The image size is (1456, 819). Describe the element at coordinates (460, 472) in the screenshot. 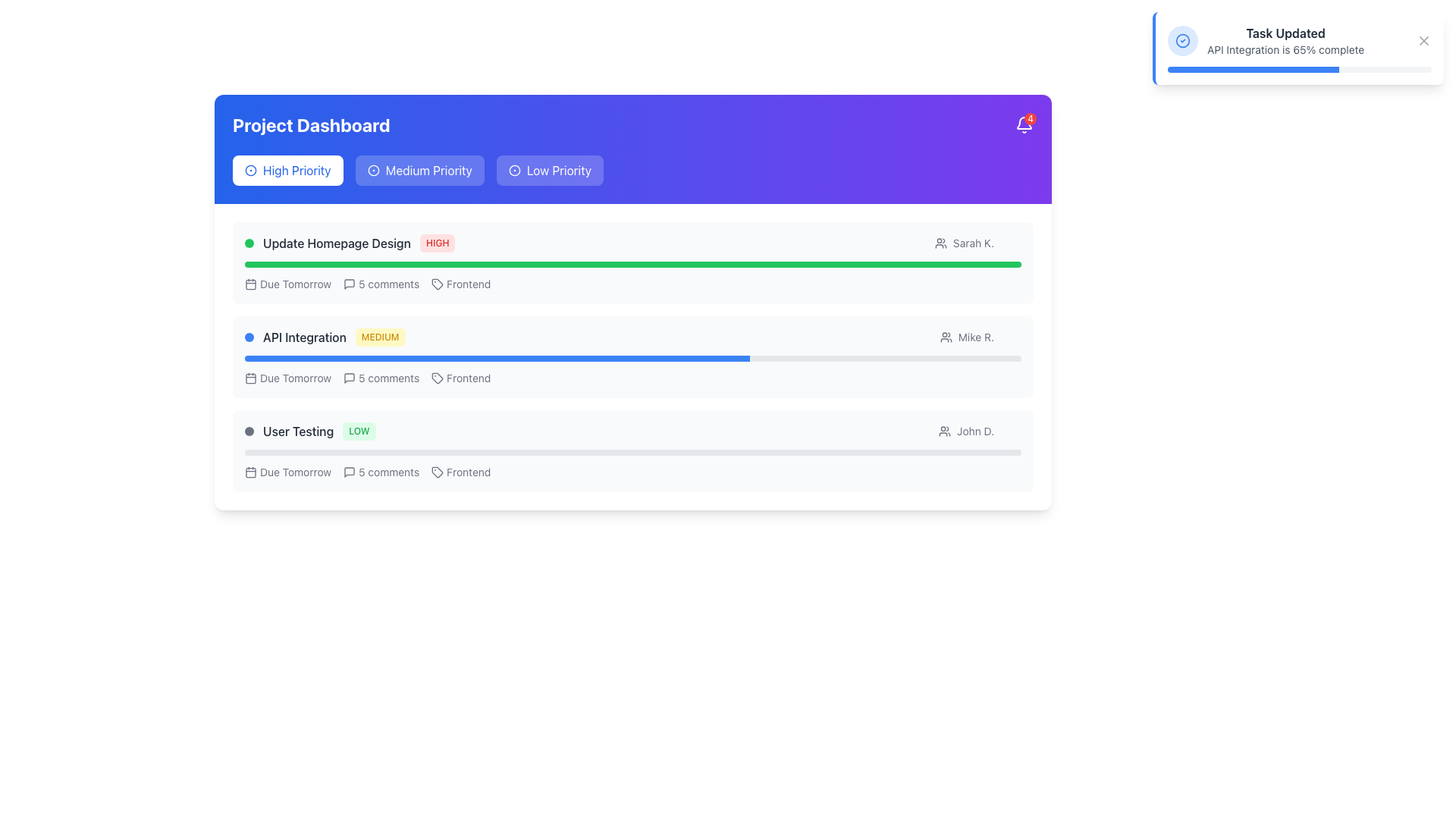

I see `the 'Frontend' label with the tag icon as a category indicator` at that location.